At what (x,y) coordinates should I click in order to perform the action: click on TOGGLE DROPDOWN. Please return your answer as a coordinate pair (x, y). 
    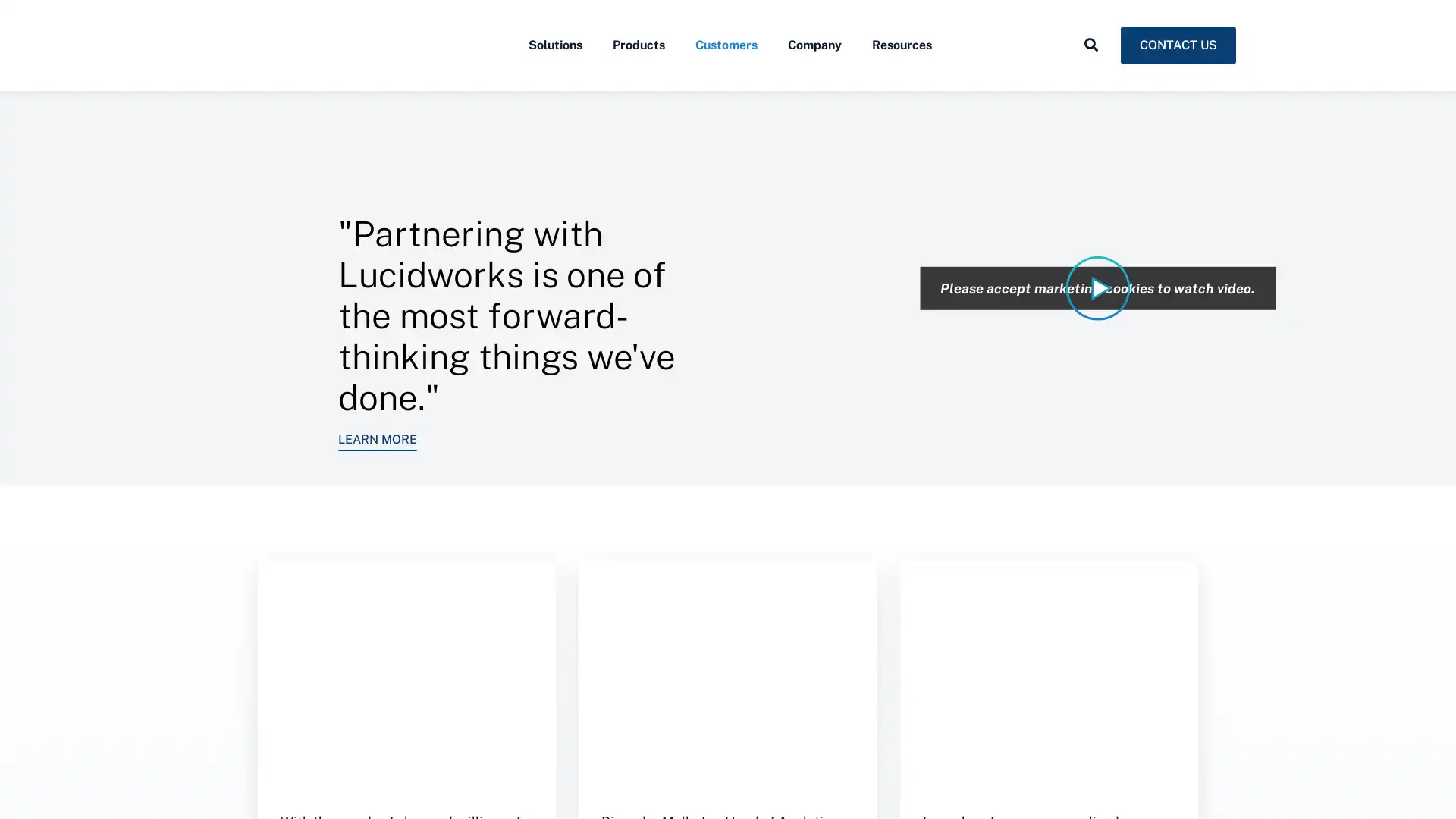
    Looking at the image, I should click on (1090, 78).